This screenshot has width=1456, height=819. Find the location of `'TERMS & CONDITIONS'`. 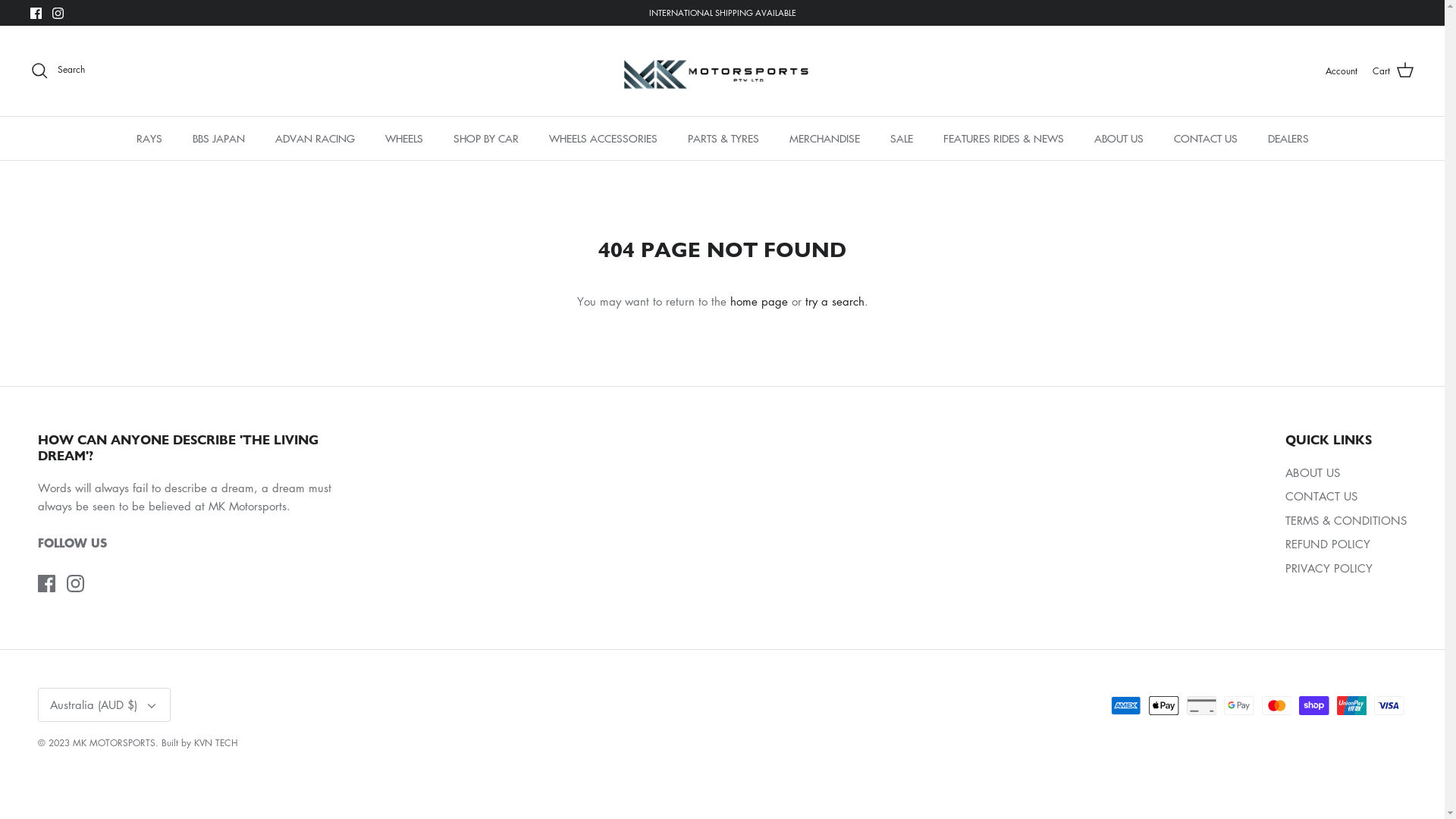

'TERMS & CONDITIONS' is located at coordinates (1346, 519).